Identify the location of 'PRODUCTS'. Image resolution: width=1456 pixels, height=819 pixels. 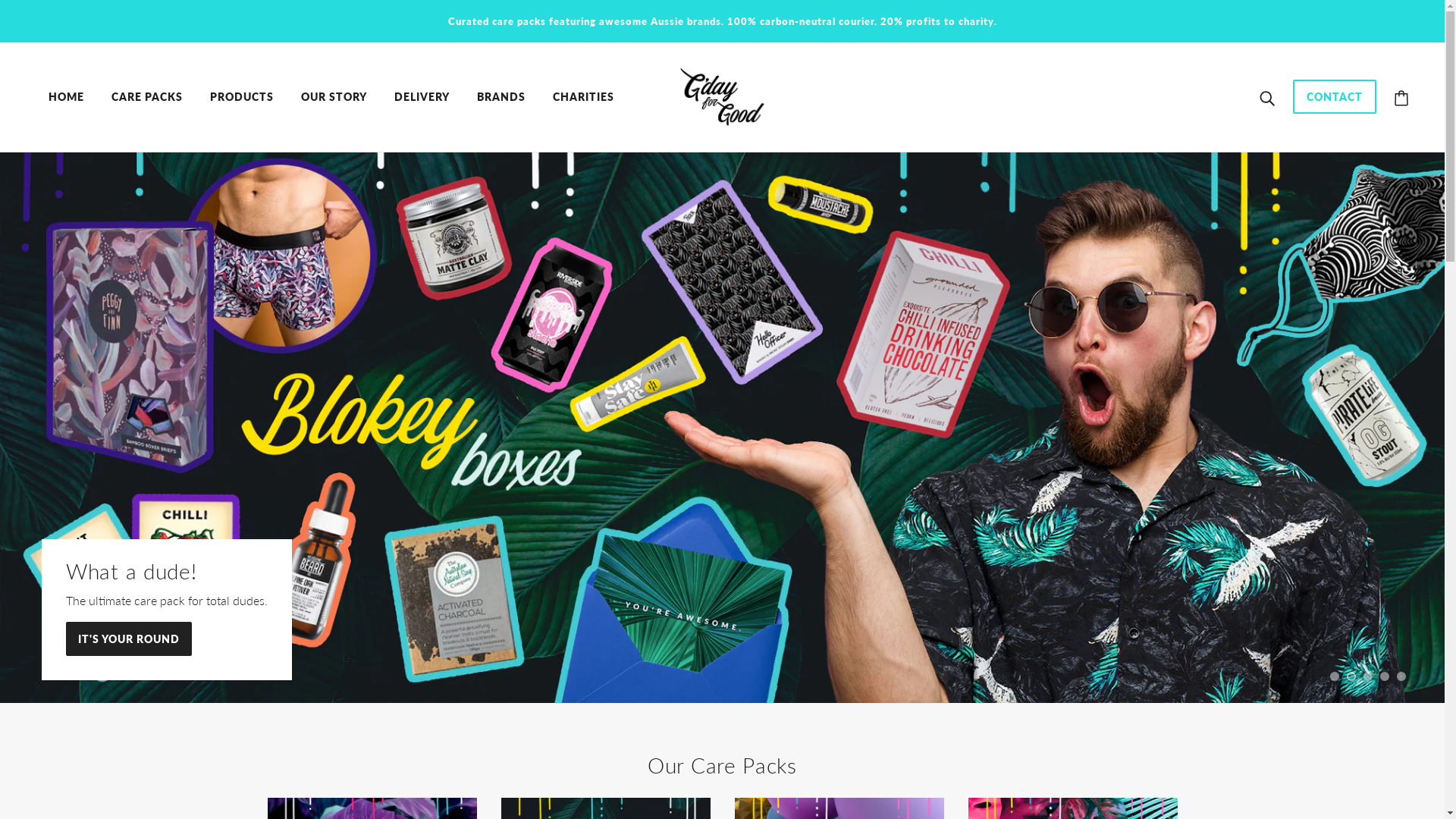
(240, 96).